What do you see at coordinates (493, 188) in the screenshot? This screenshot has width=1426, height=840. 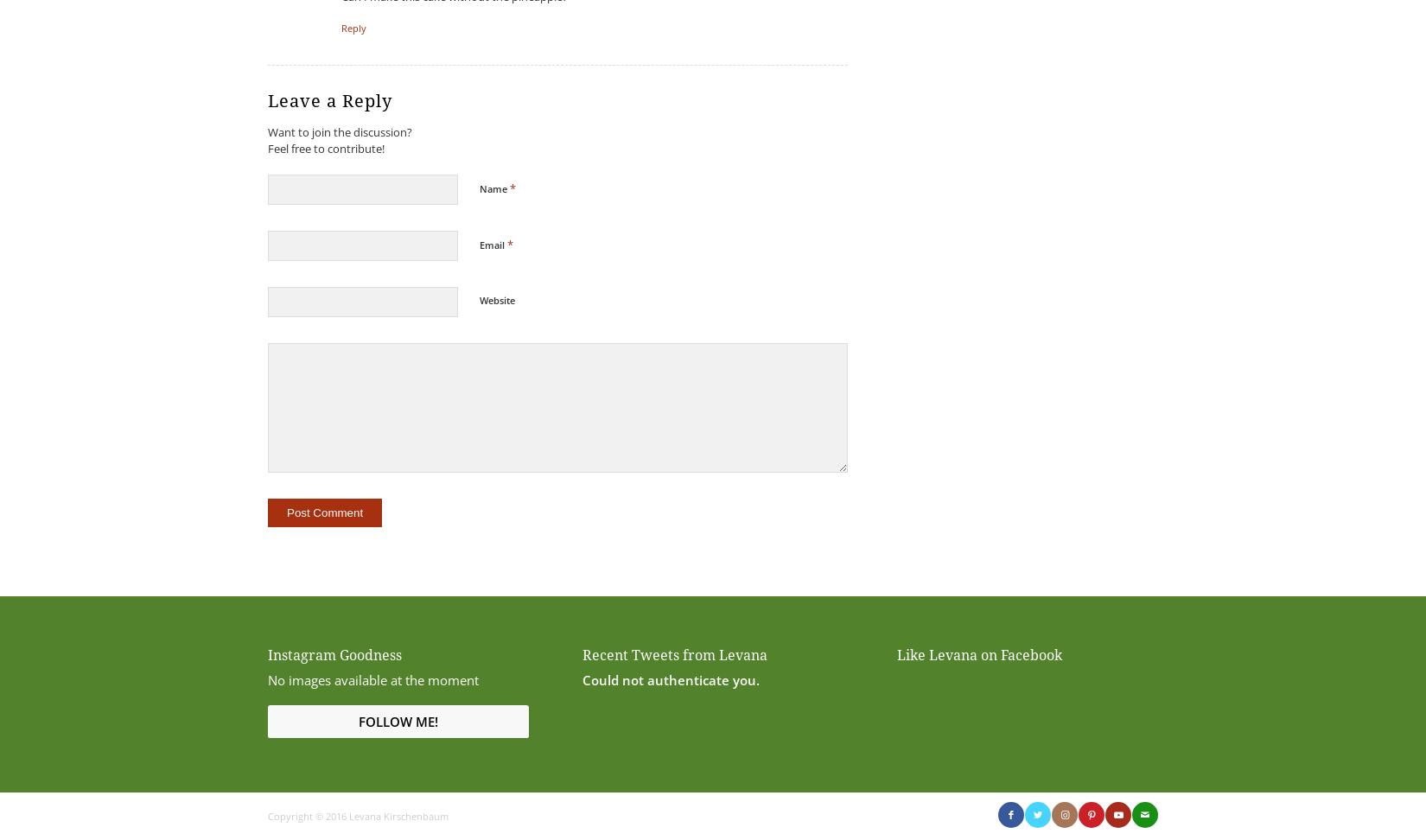 I see `'Name'` at bounding box center [493, 188].